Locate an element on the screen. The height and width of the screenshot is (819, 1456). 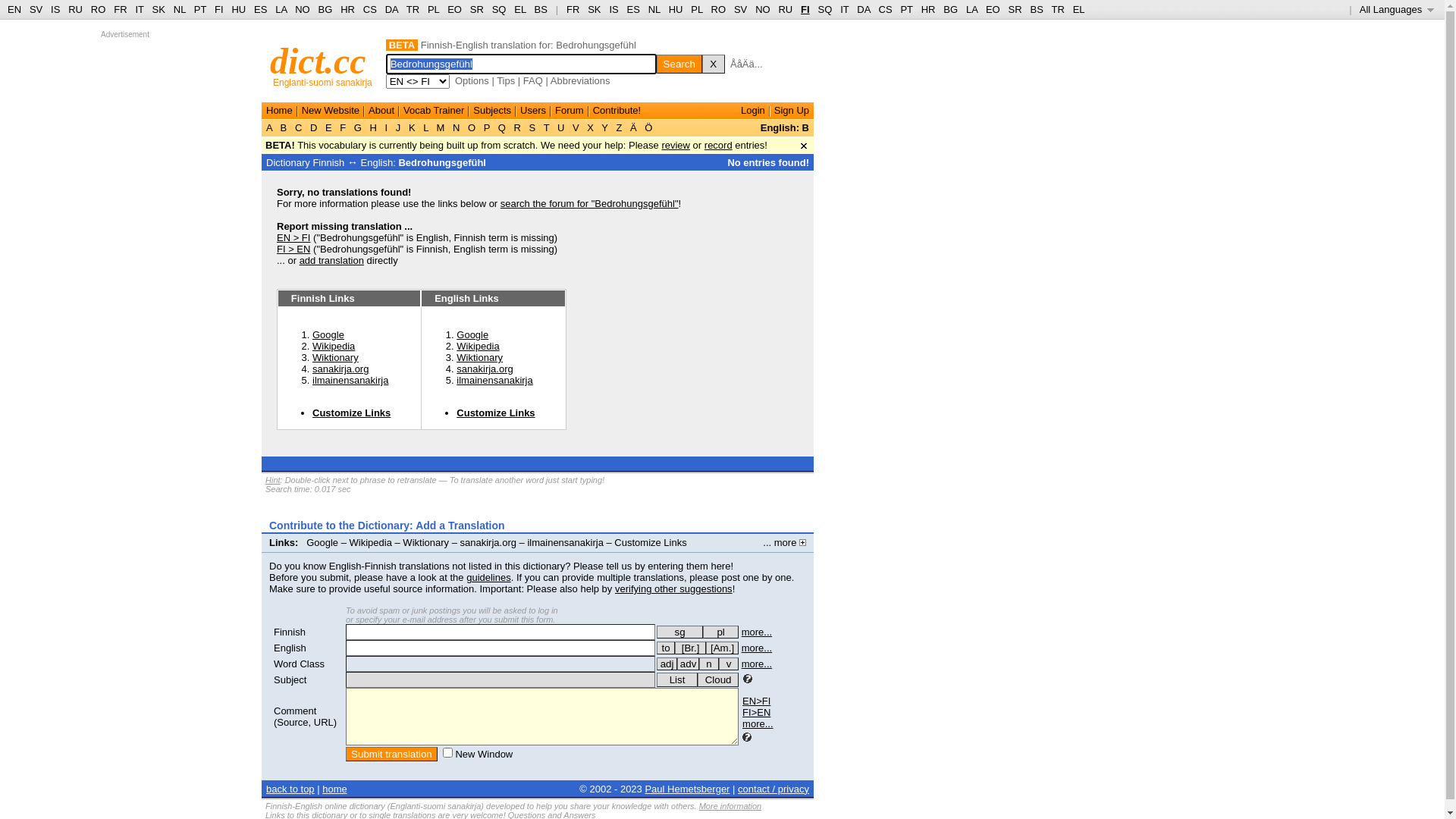
'more...' is located at coordinates (742, 723).